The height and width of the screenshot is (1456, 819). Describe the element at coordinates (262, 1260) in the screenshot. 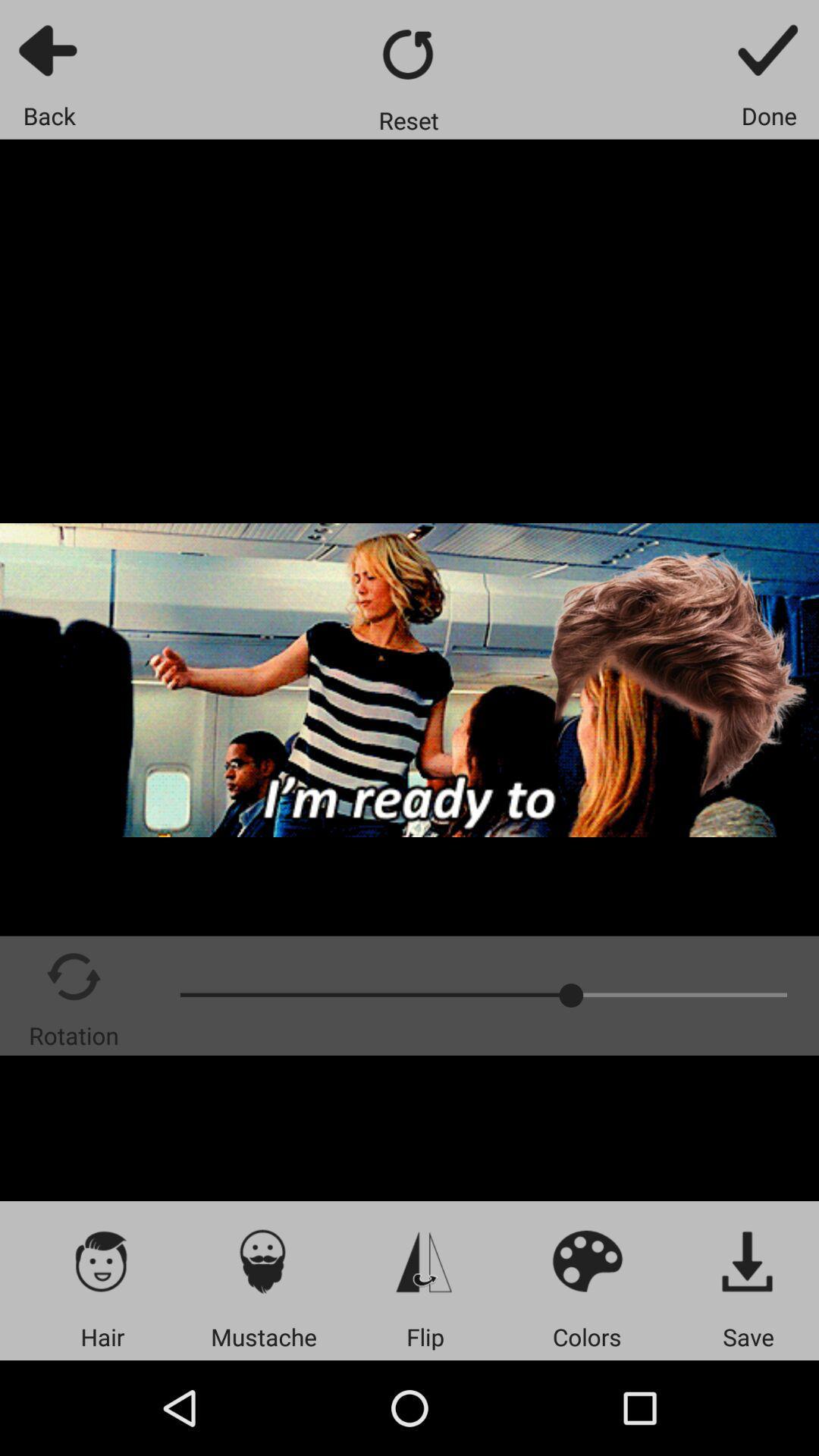

I see `mustache photo edit` at that location.